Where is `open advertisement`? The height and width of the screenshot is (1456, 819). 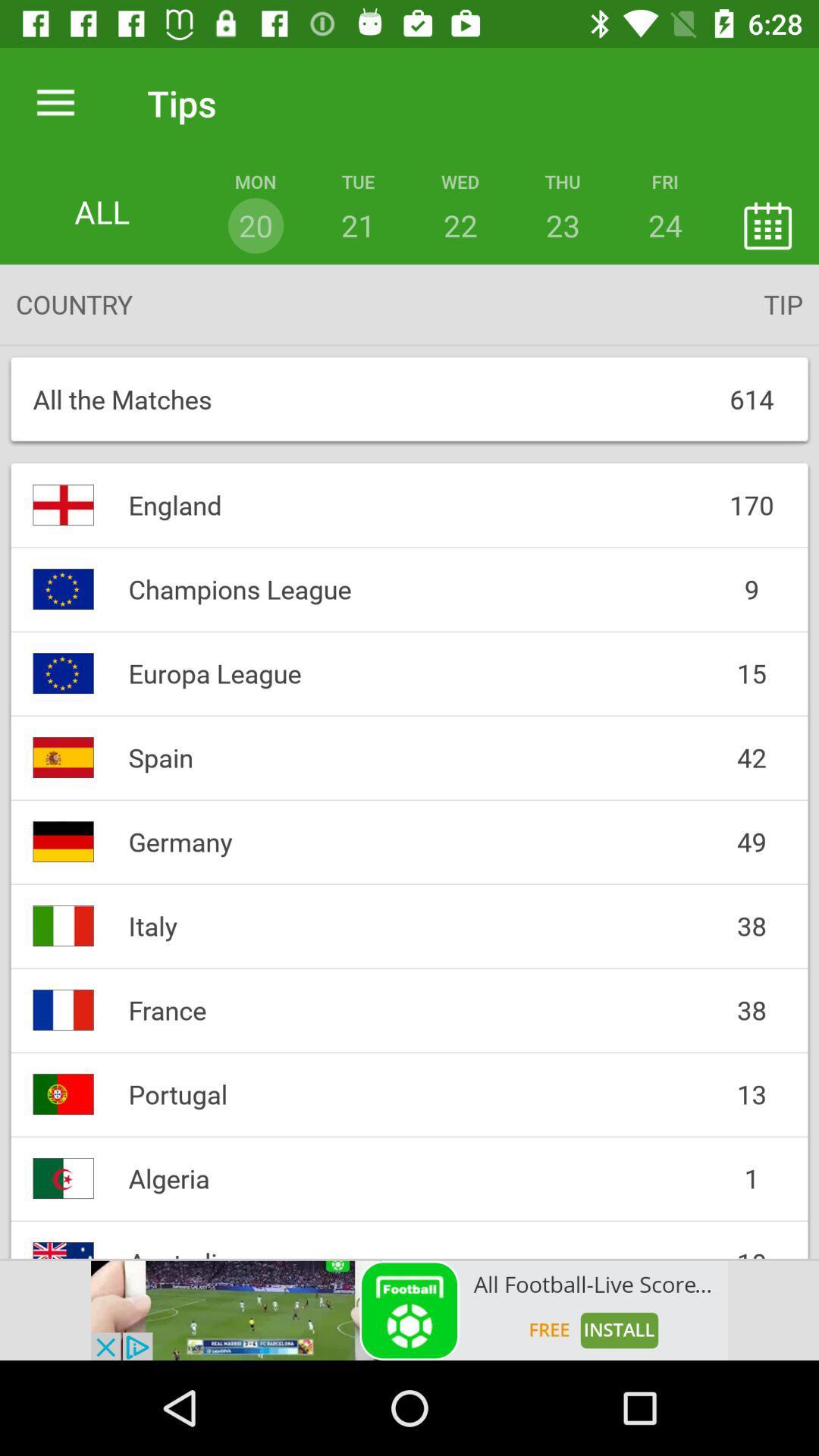
open advertisement is located at coordinates (409, 1310).